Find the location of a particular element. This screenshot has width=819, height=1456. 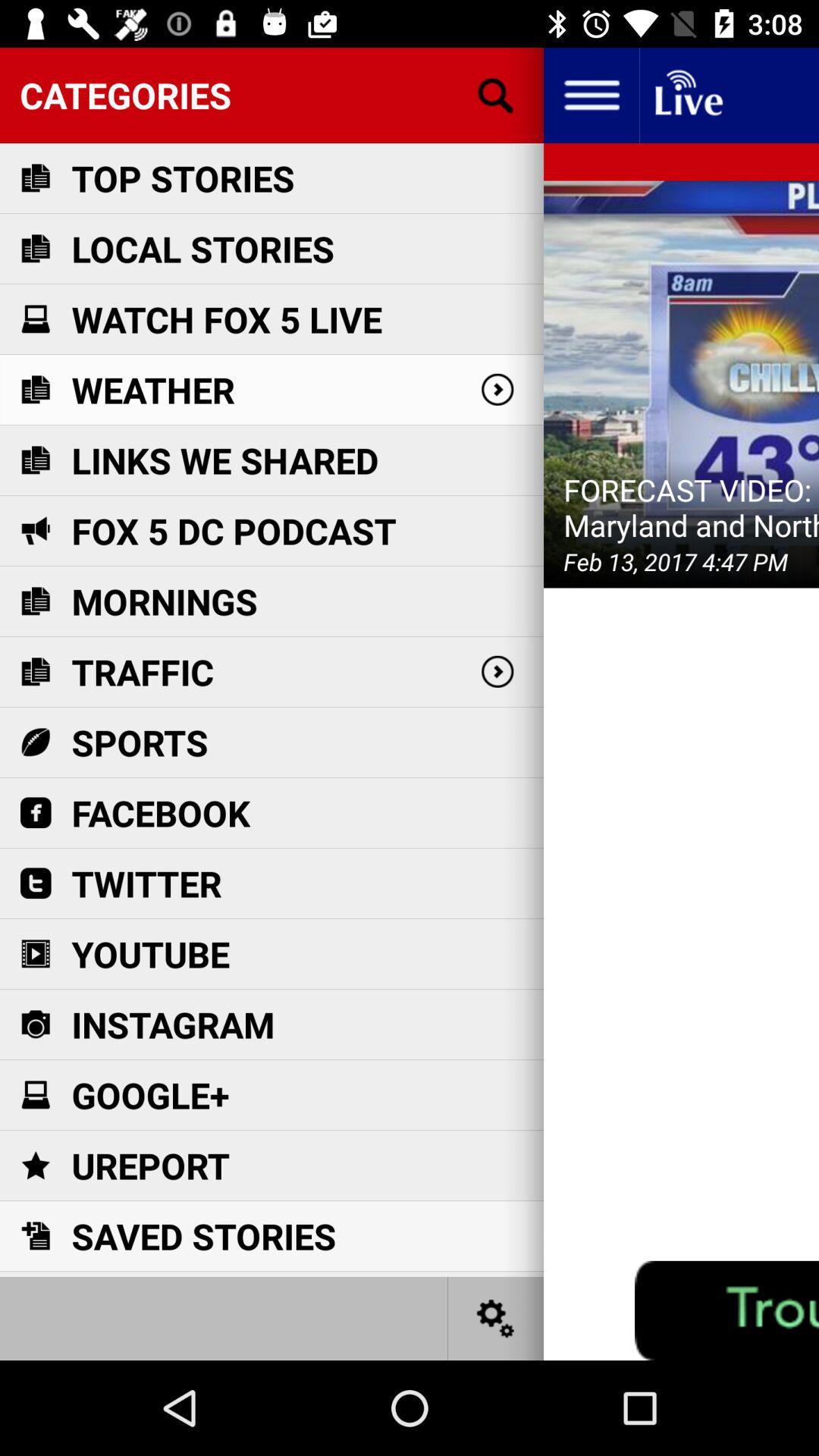

the search icon is located at coordinates (496, 94).